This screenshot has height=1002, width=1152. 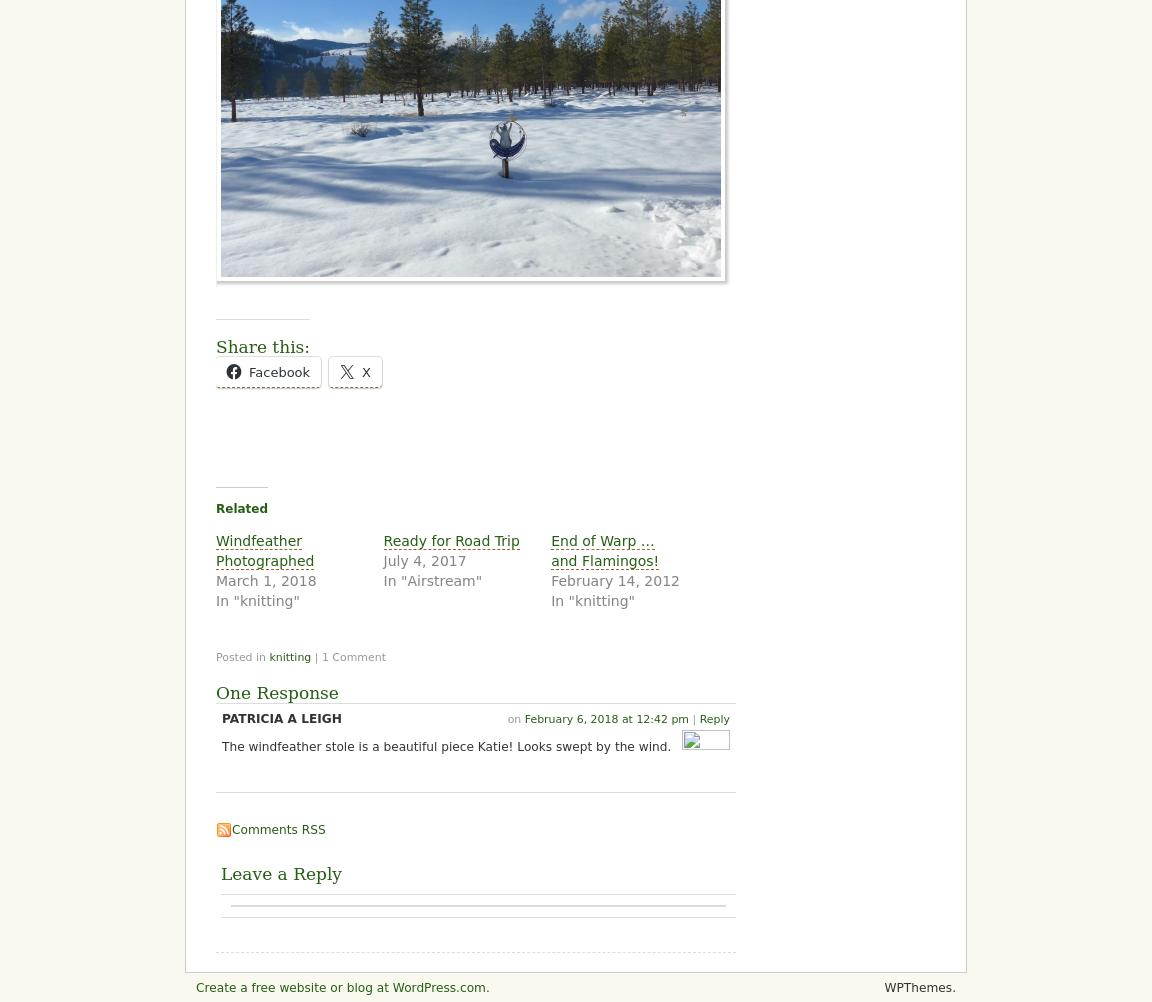 What do you see at coordinates (278, 827) in the screenshot?
I see `'Comments RSS'` at bounding box center [278, 827].